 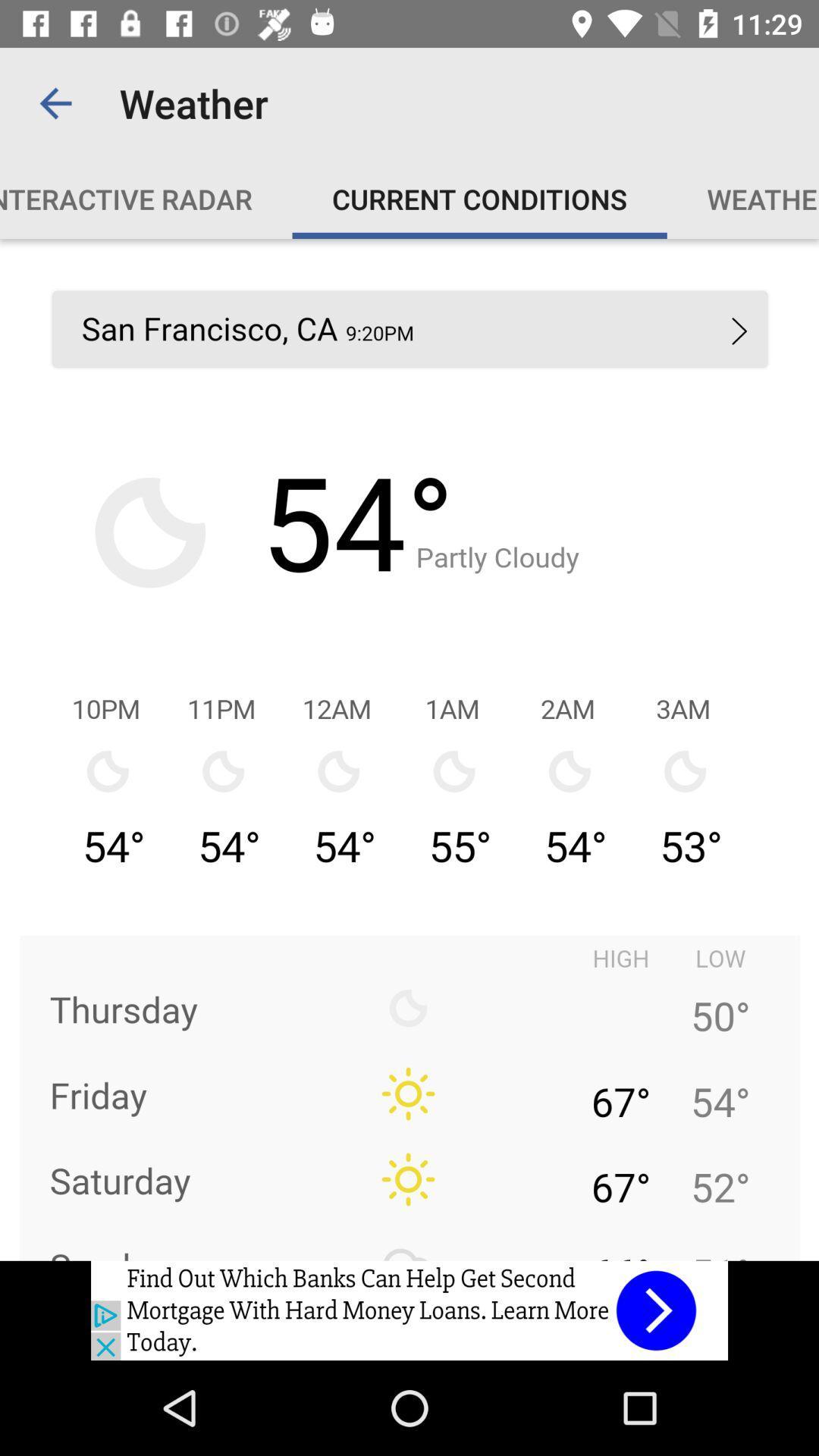 I want to click on the screenshot, so click(x=409, y=749).